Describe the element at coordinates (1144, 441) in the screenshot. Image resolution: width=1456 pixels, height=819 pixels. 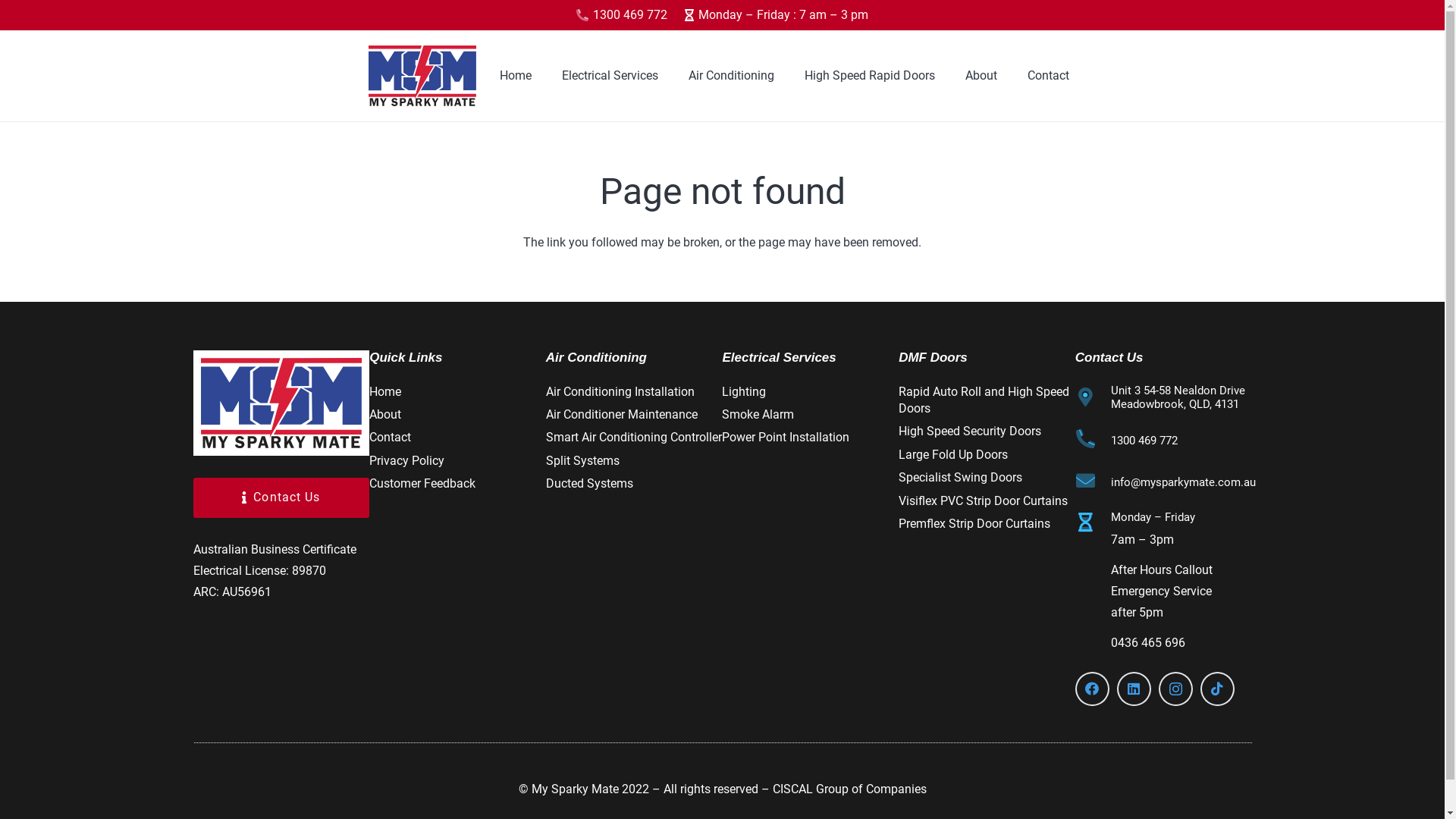
I see `'1300 469 772'` at that location.